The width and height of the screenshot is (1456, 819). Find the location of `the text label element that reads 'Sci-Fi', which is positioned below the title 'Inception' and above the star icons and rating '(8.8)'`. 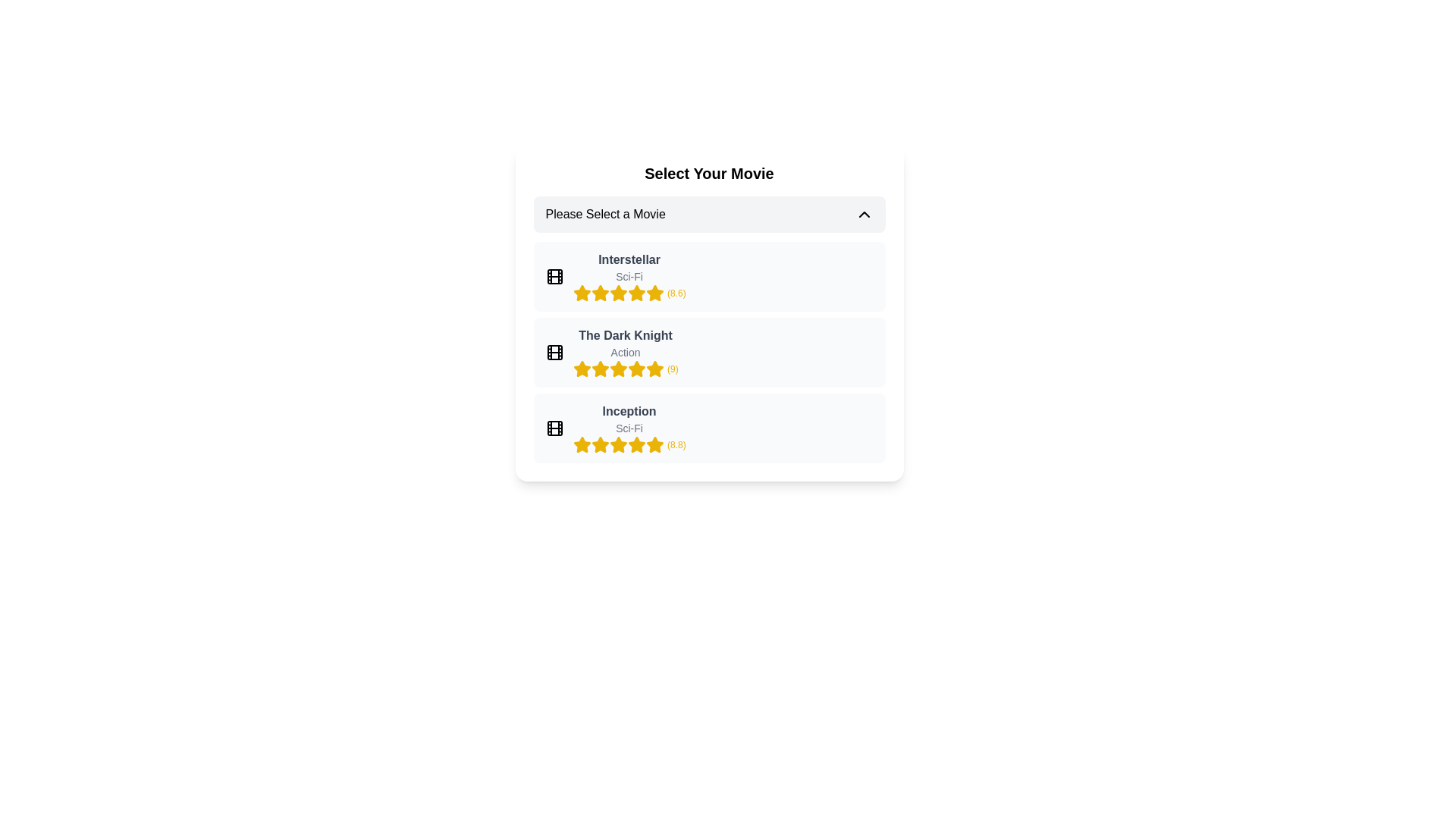

the text label element that reads 'Sci-Fi', which is positioned below the title 'Inception' and above the star icons and rating '(8.8)' is located at coordinates (629, 428).